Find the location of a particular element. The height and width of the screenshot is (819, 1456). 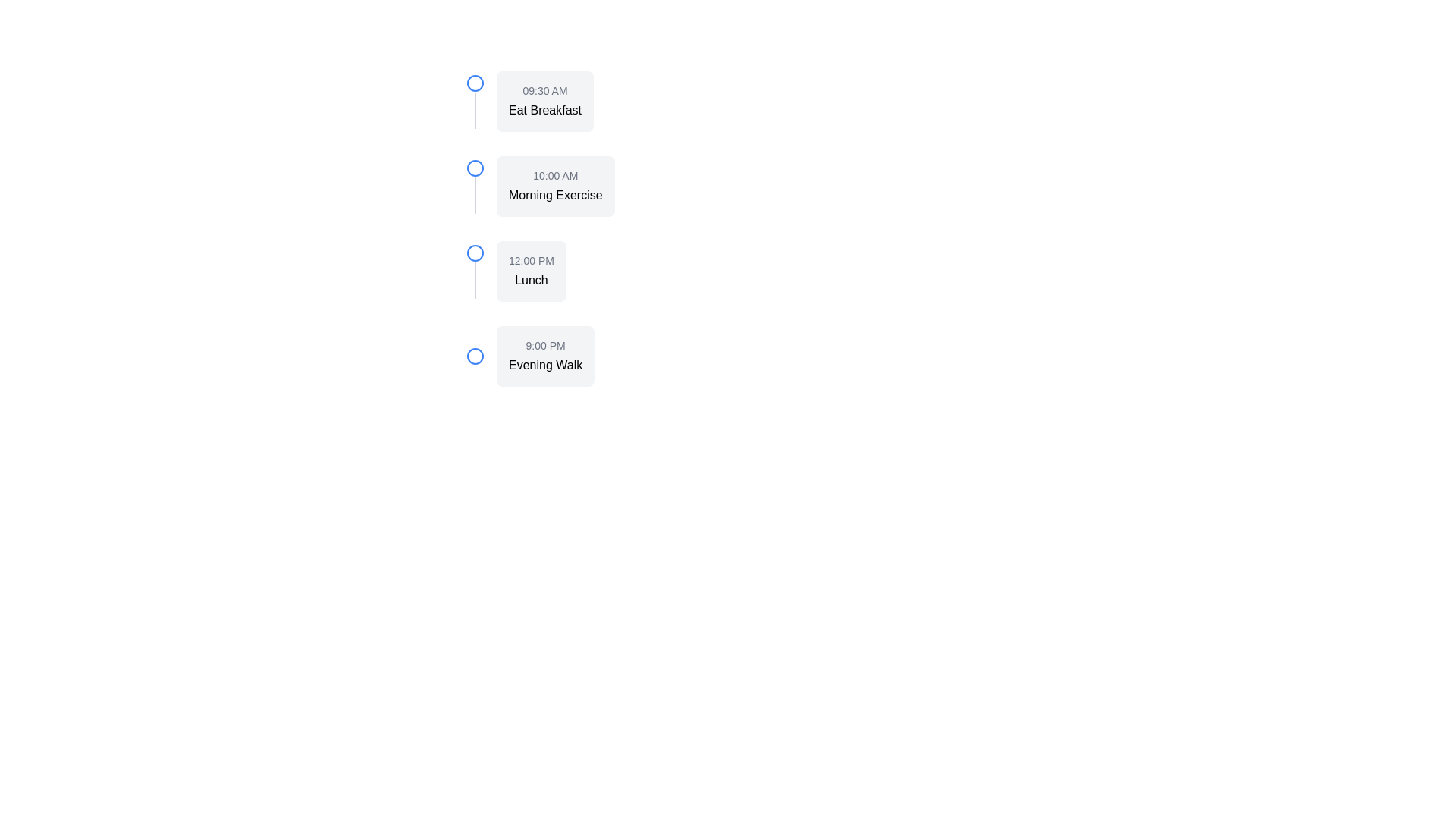

text displayed on the card which shows '09:30 AM' and 'Eat Breakfast' in a light gray and bold black font respectively is located at coordinates (545, 102).